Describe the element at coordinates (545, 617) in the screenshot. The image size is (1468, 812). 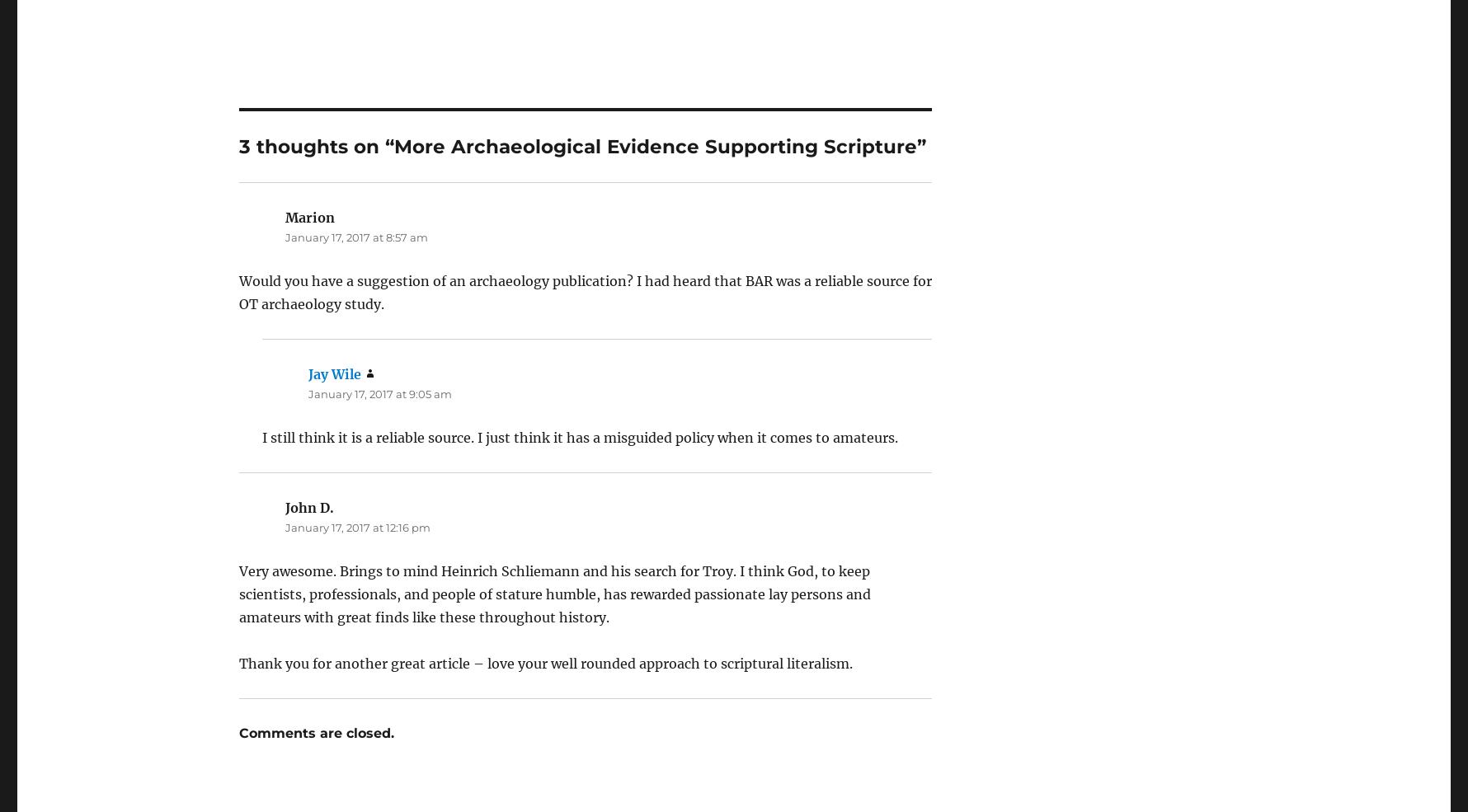
I see `'Thank you for another great article – love your well rounded approach to scriptural literalism.'` at that location.